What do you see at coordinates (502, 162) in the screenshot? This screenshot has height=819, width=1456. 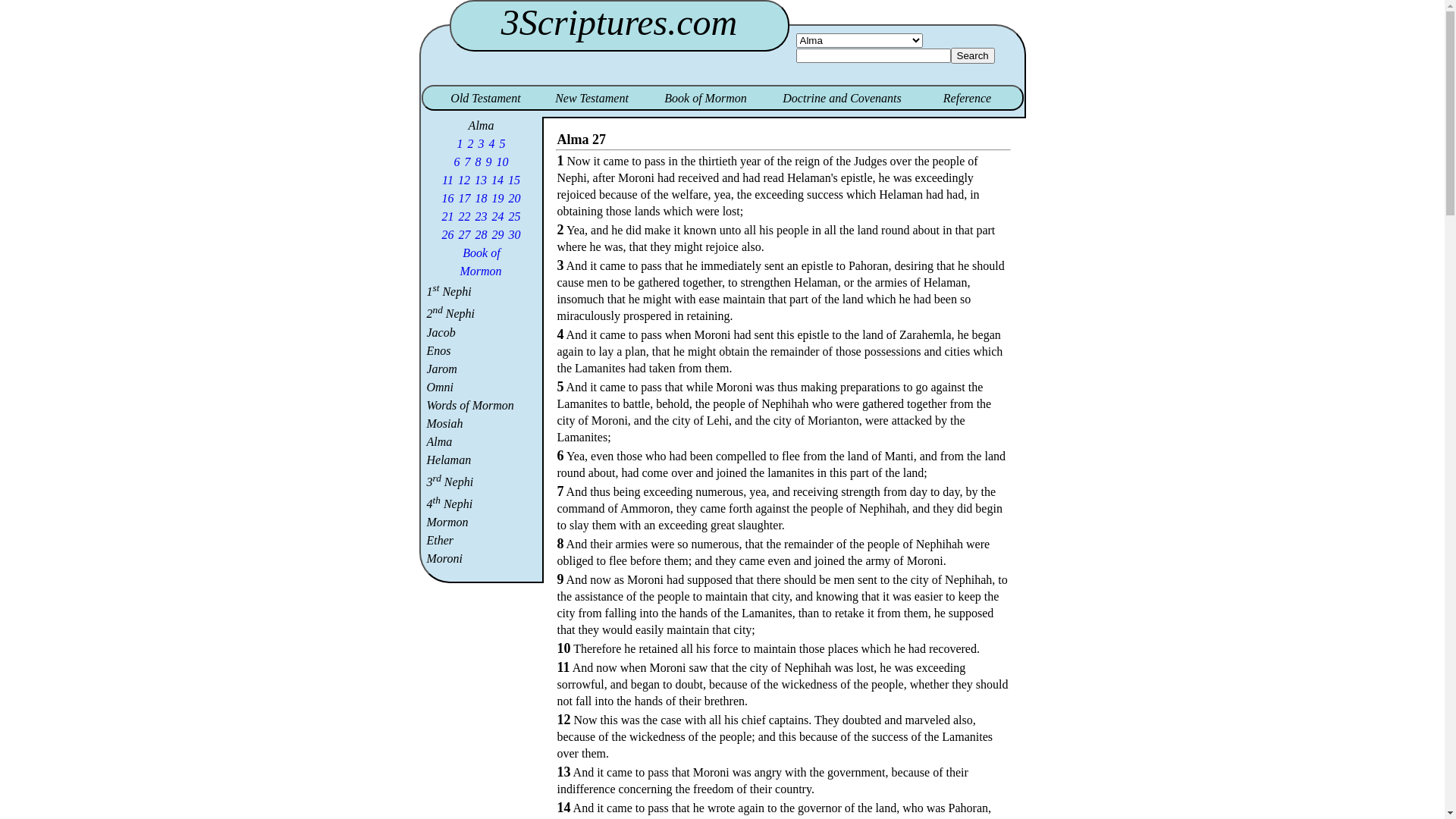 I see `'10'` at bounding box center [502, 162].